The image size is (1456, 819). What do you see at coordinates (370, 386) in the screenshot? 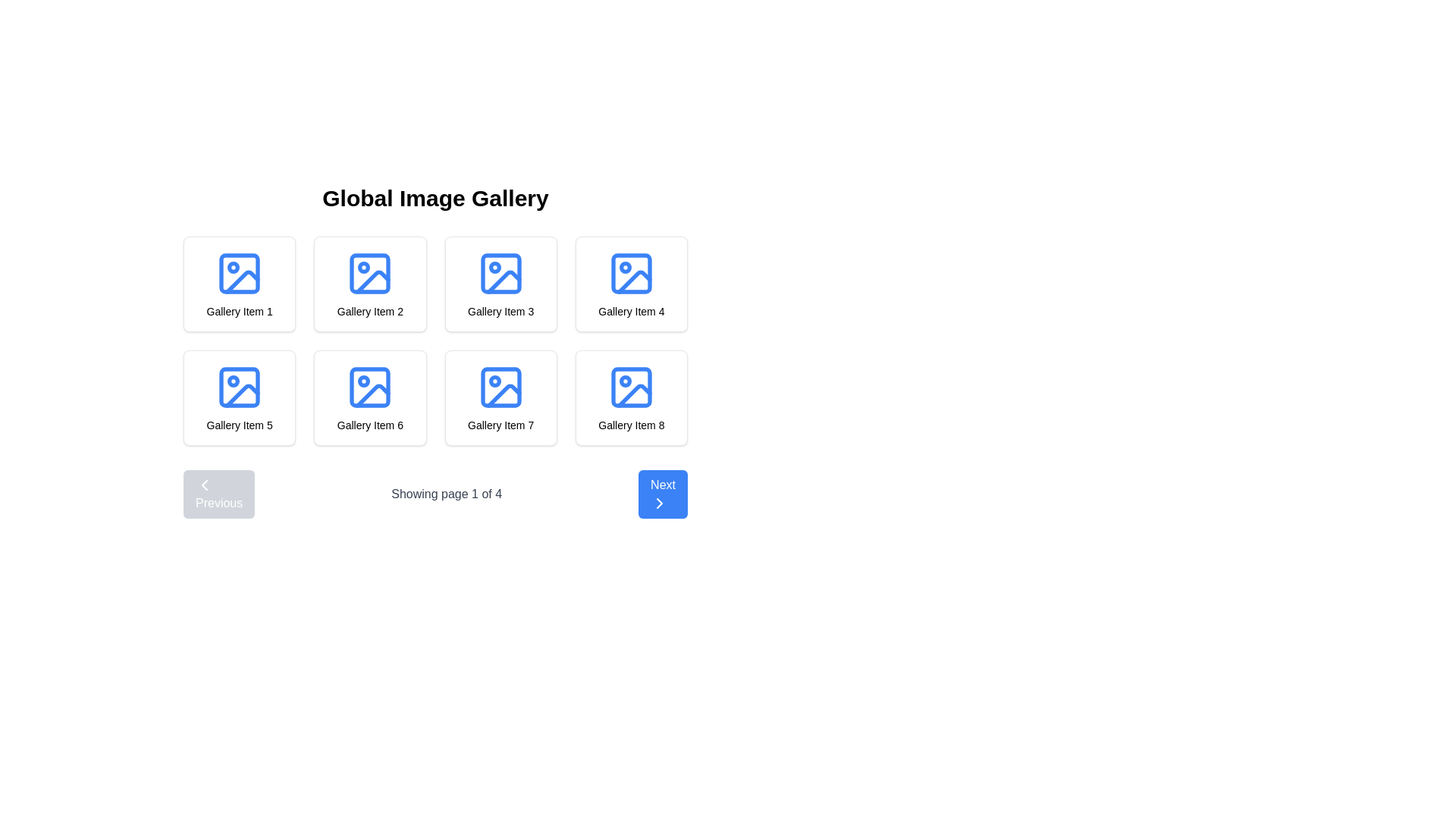
I see `the decorative SVG icon representing the image content type located at the top center of the sixth gallery item in a 4x2 grid` at bounding box center [370, 386].